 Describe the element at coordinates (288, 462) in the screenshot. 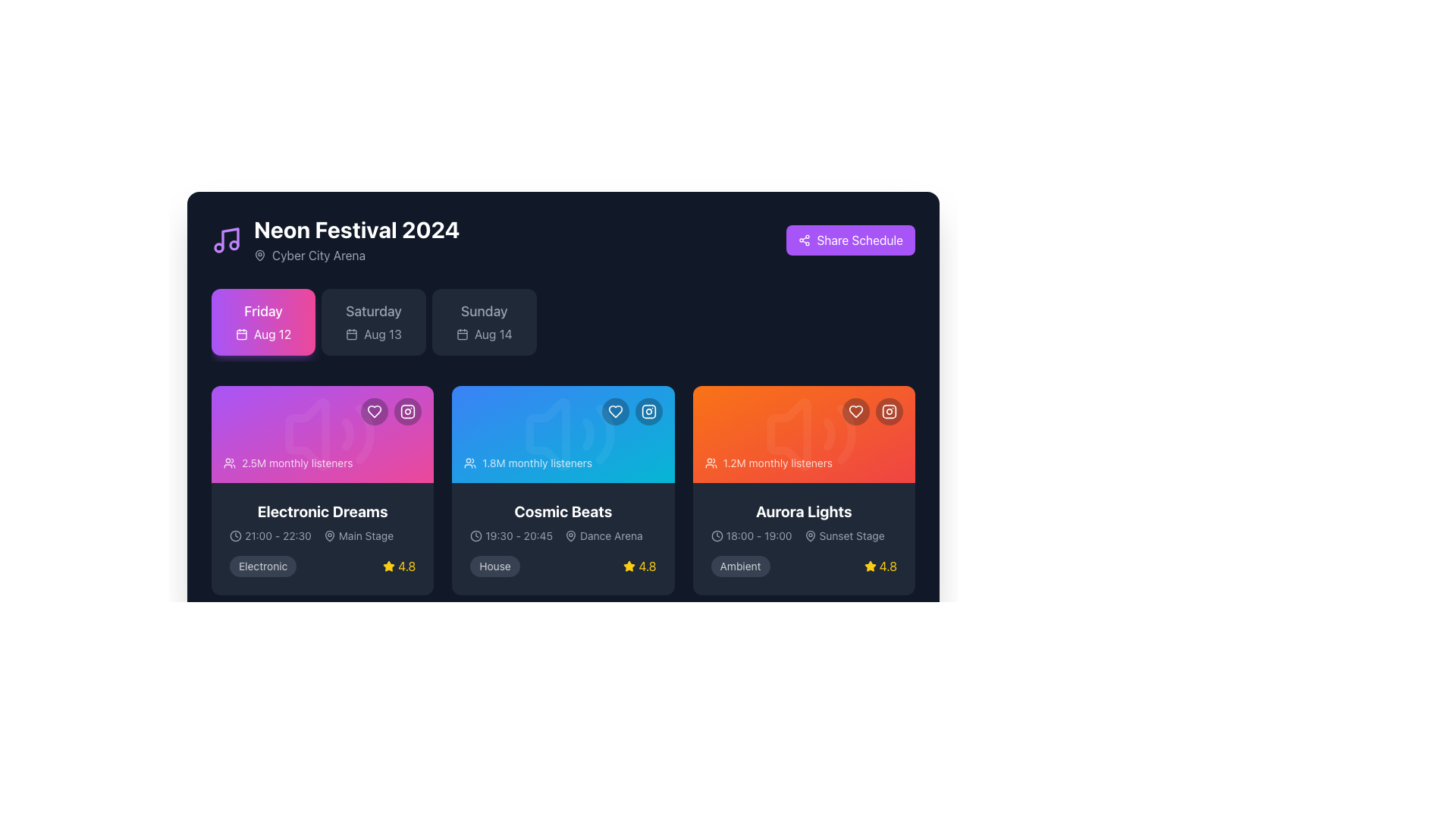

I see `text '2.5M monthly listeners' from the Text Label with Icon located at the bottom left corner of the 'Electronic Dreams' card` at that location.